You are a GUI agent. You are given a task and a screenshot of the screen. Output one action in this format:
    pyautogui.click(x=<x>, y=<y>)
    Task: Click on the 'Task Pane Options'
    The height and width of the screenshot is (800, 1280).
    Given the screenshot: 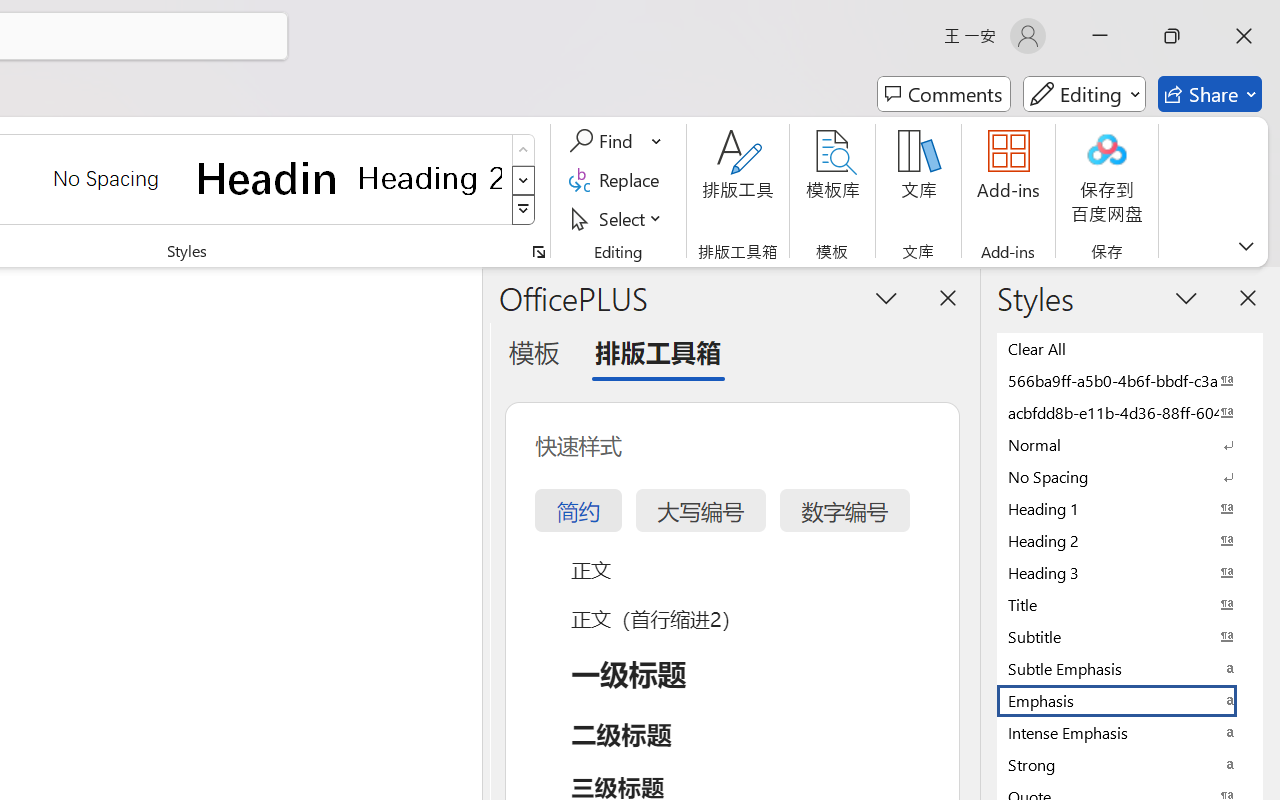 What is the action you would take?
    pyautogui.click(x=886, y=297)
    